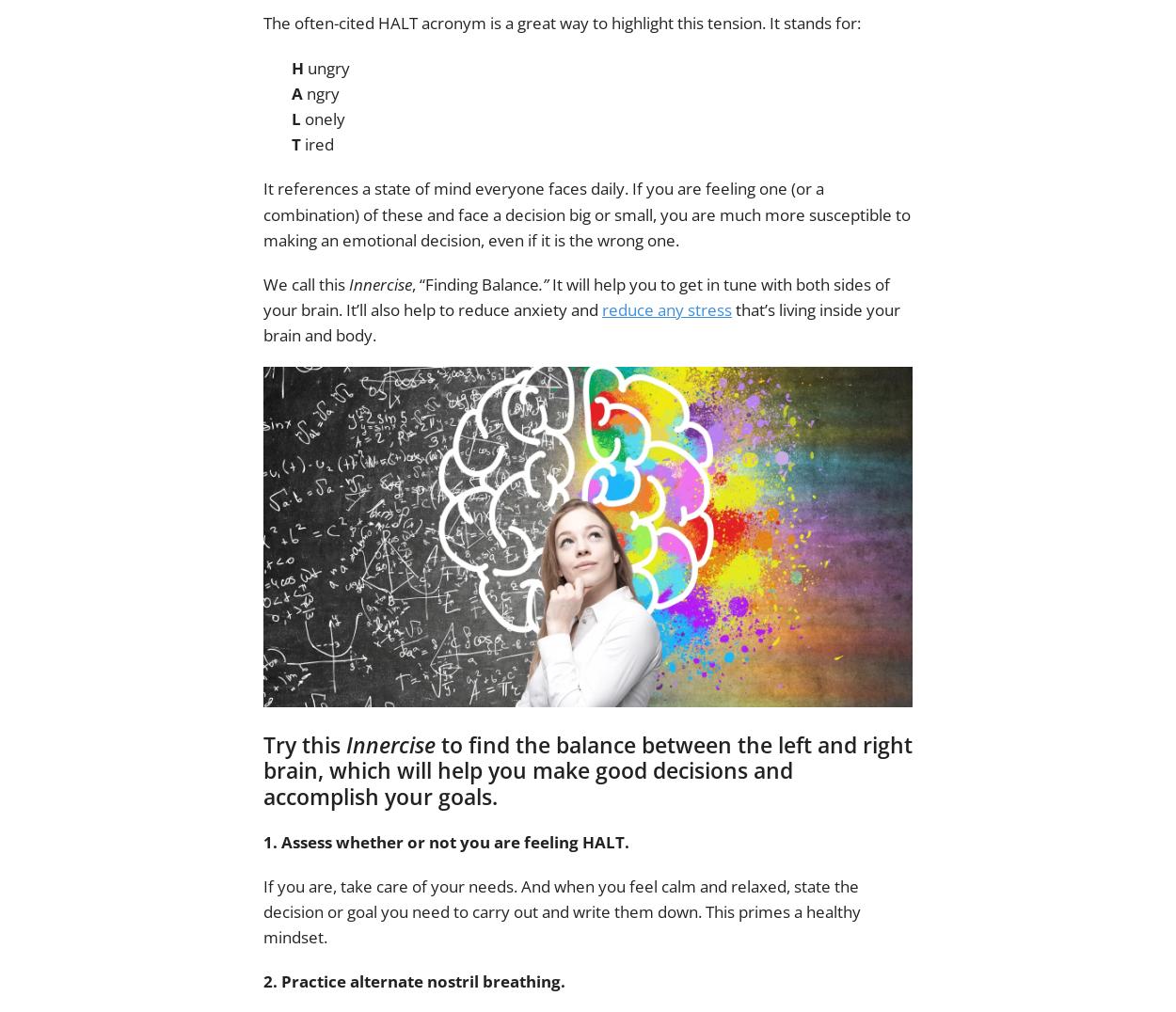 This screenshot has height=1012, width=1176. What do you see at coordinates (413, 981) in the screenshot?
I see `'2. Practice alternate nostril breathing.'` at bounding box center [413, 981].